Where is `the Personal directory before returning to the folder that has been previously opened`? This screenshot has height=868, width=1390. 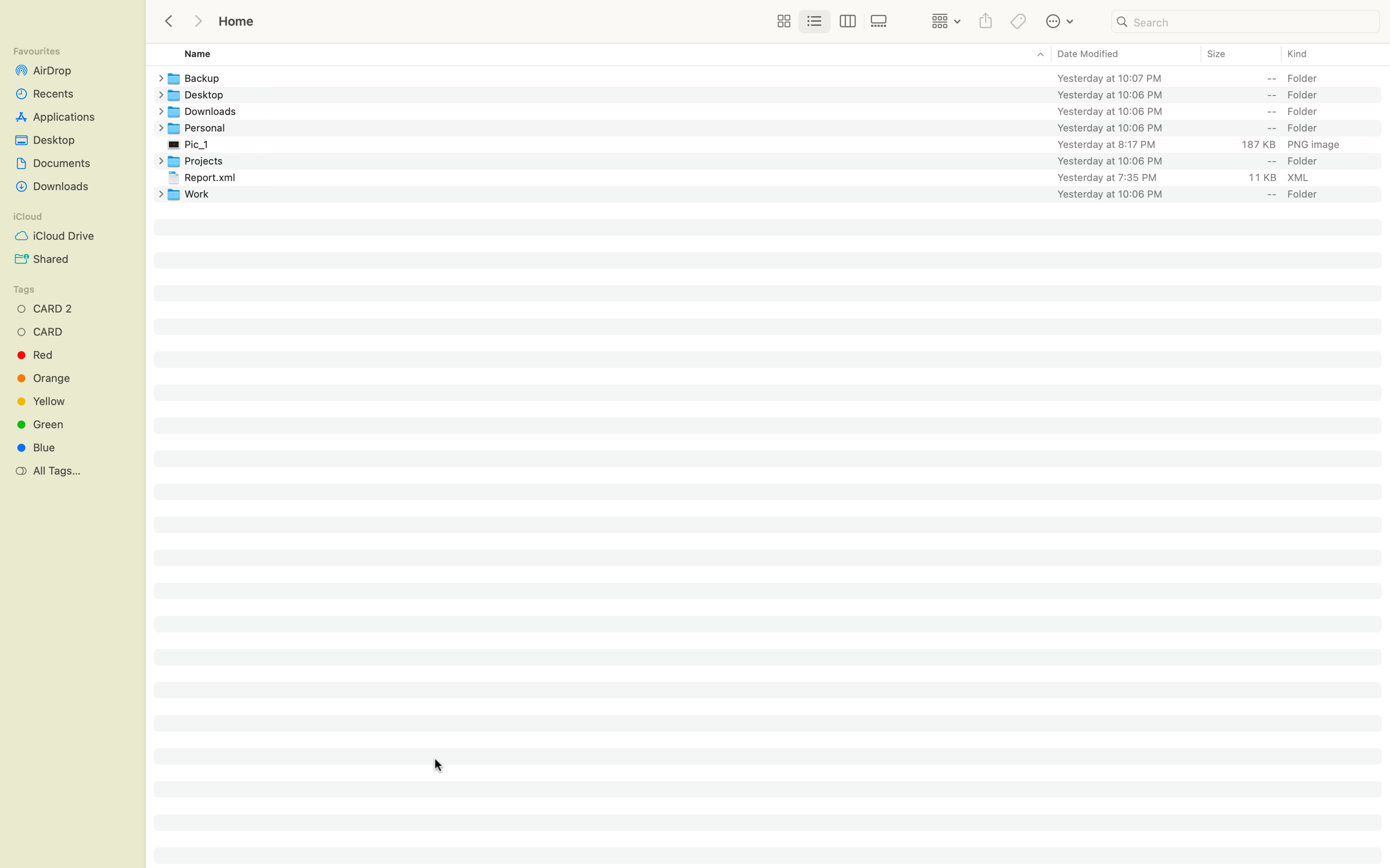 the Personal directory before returning to the folder that has been previously opened is located at coordinates (778, 127).